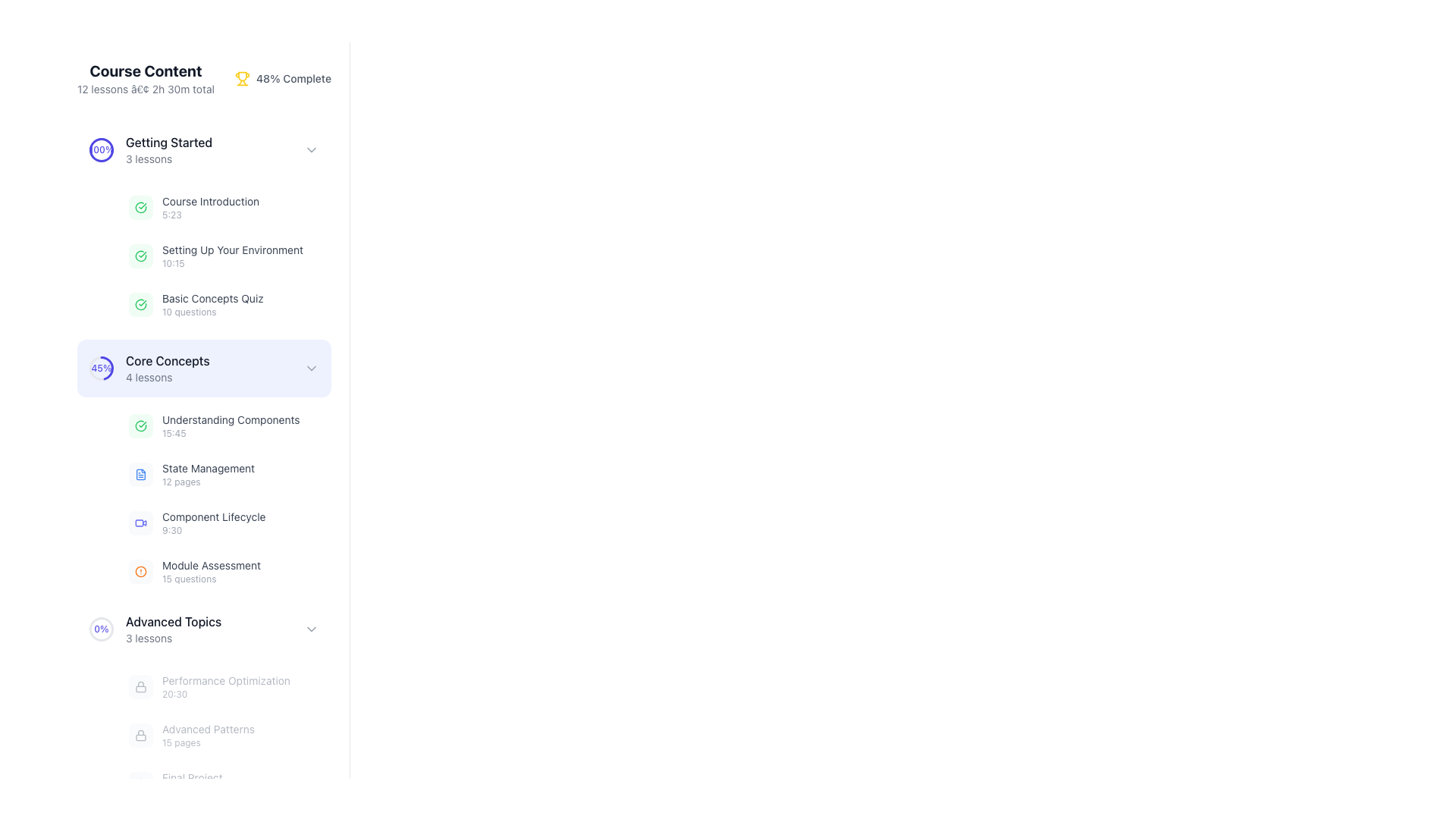  What do you see at coordinates (224, 473) in the screenshot?
I see `the 'State Management' button or clickable card using keyboard navigation` at bounding box center [224, 473].